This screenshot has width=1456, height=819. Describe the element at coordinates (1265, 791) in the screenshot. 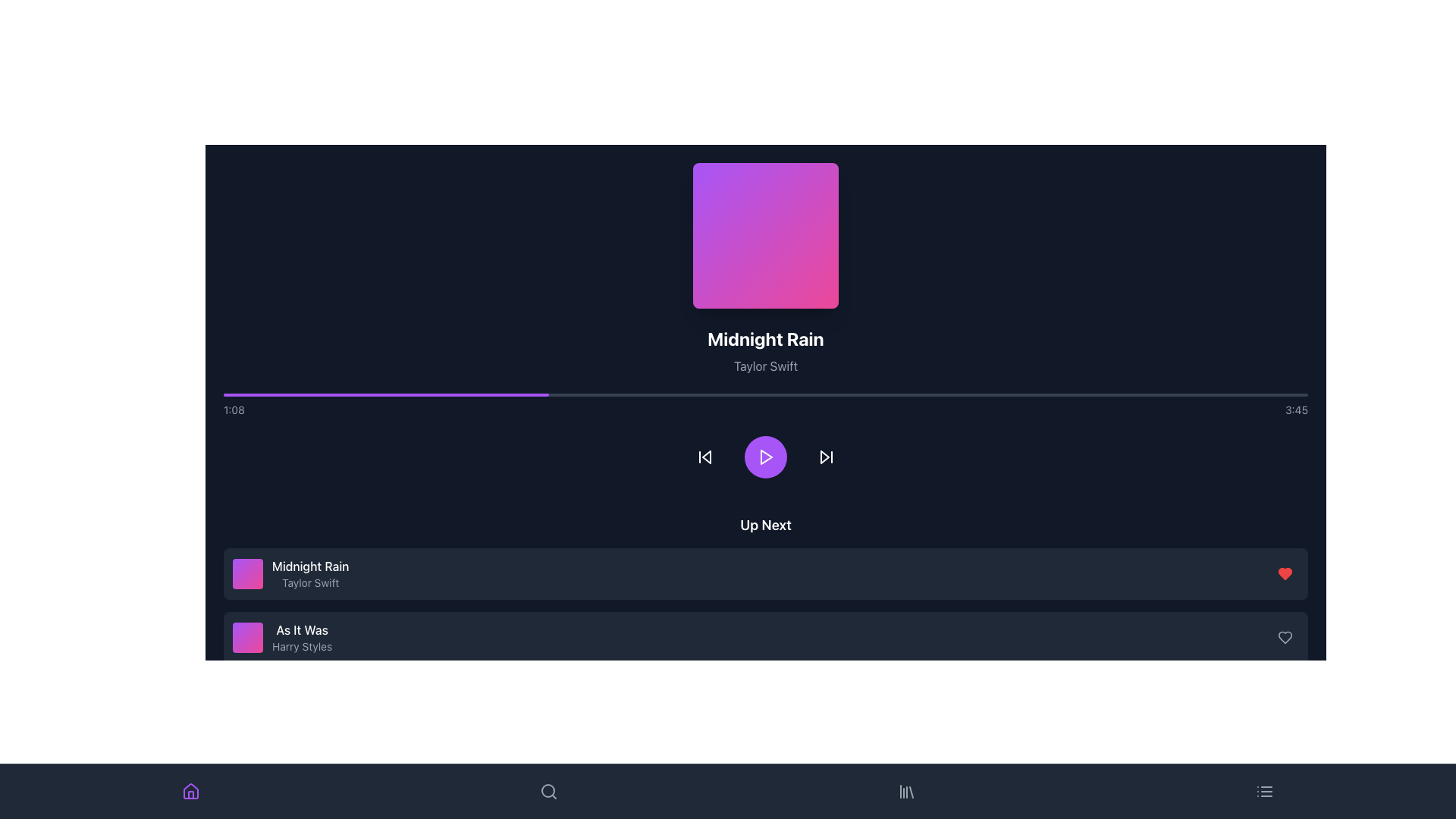

I see `the list icon consisting of three horizontal lines located in the bottom-right section of the footer area` at that location.